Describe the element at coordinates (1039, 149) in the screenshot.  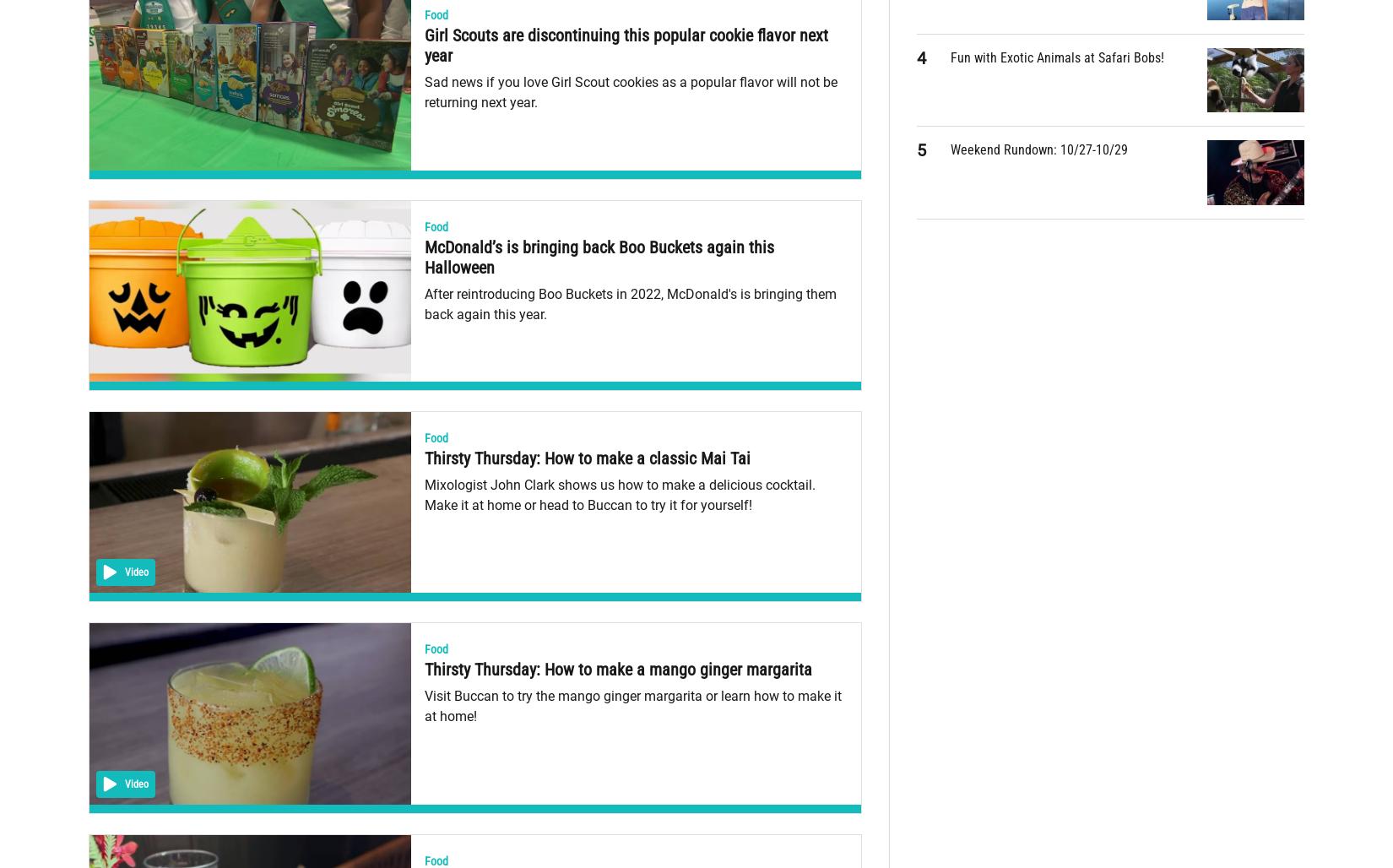
I see `'Weekend Rundown: 10/27-10/29'` at that location.